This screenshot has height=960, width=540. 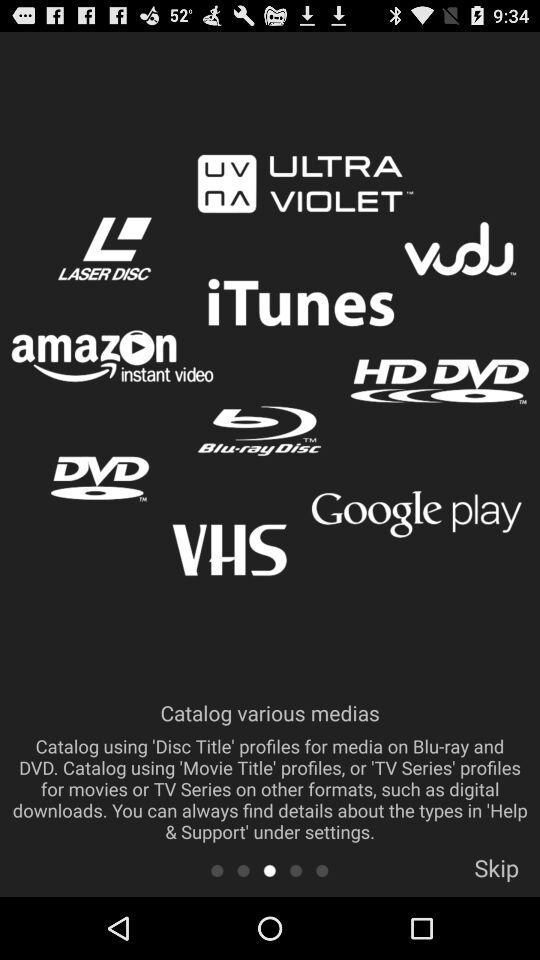 What do you see at coordinates (295, 869) in the screenshot?
I see `back` at bounding box center [295, 869].